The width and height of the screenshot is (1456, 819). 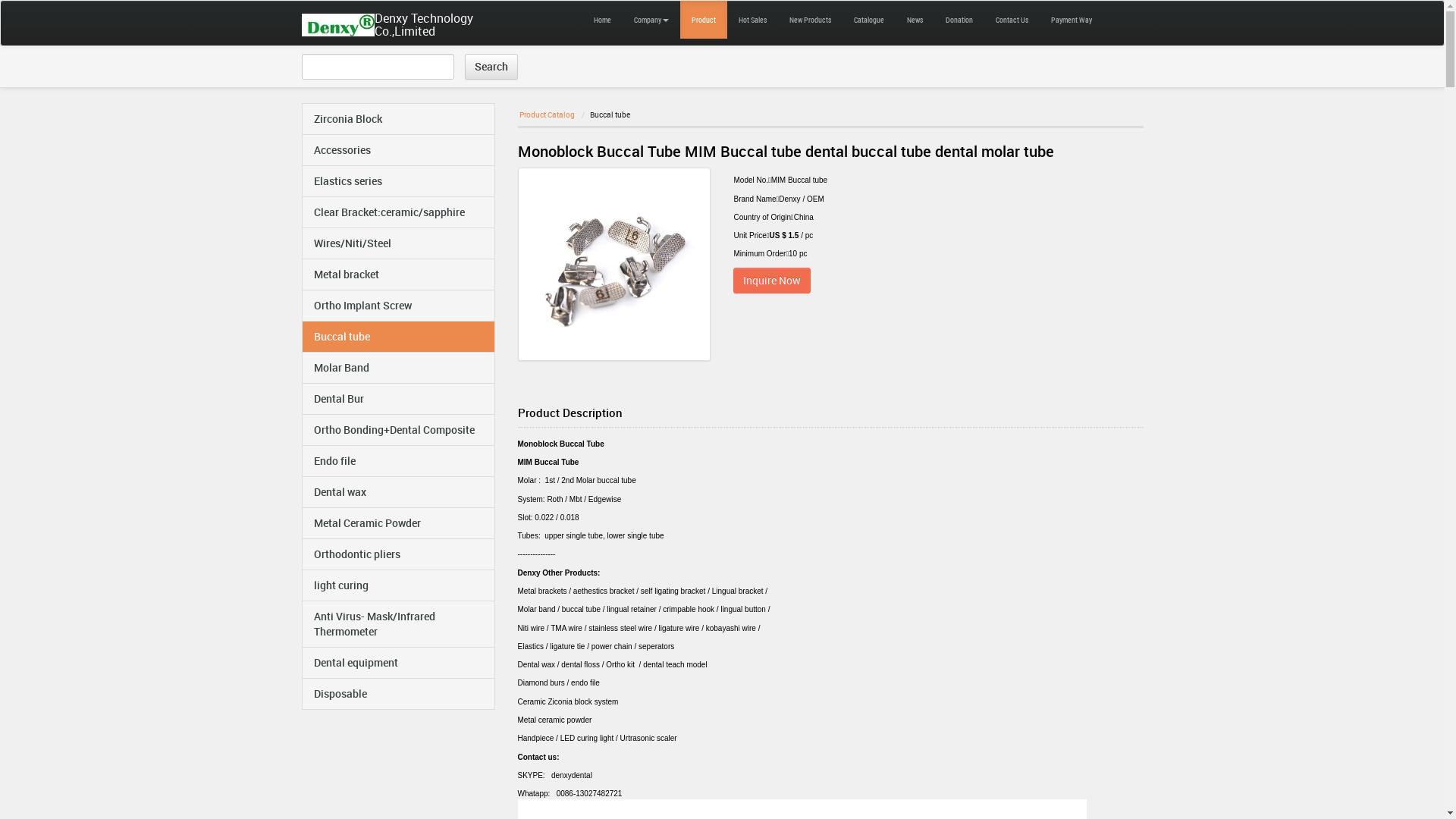 I want to click on 'Clear Bracket:ceramic/sapphire', so click(x=302, y=212).